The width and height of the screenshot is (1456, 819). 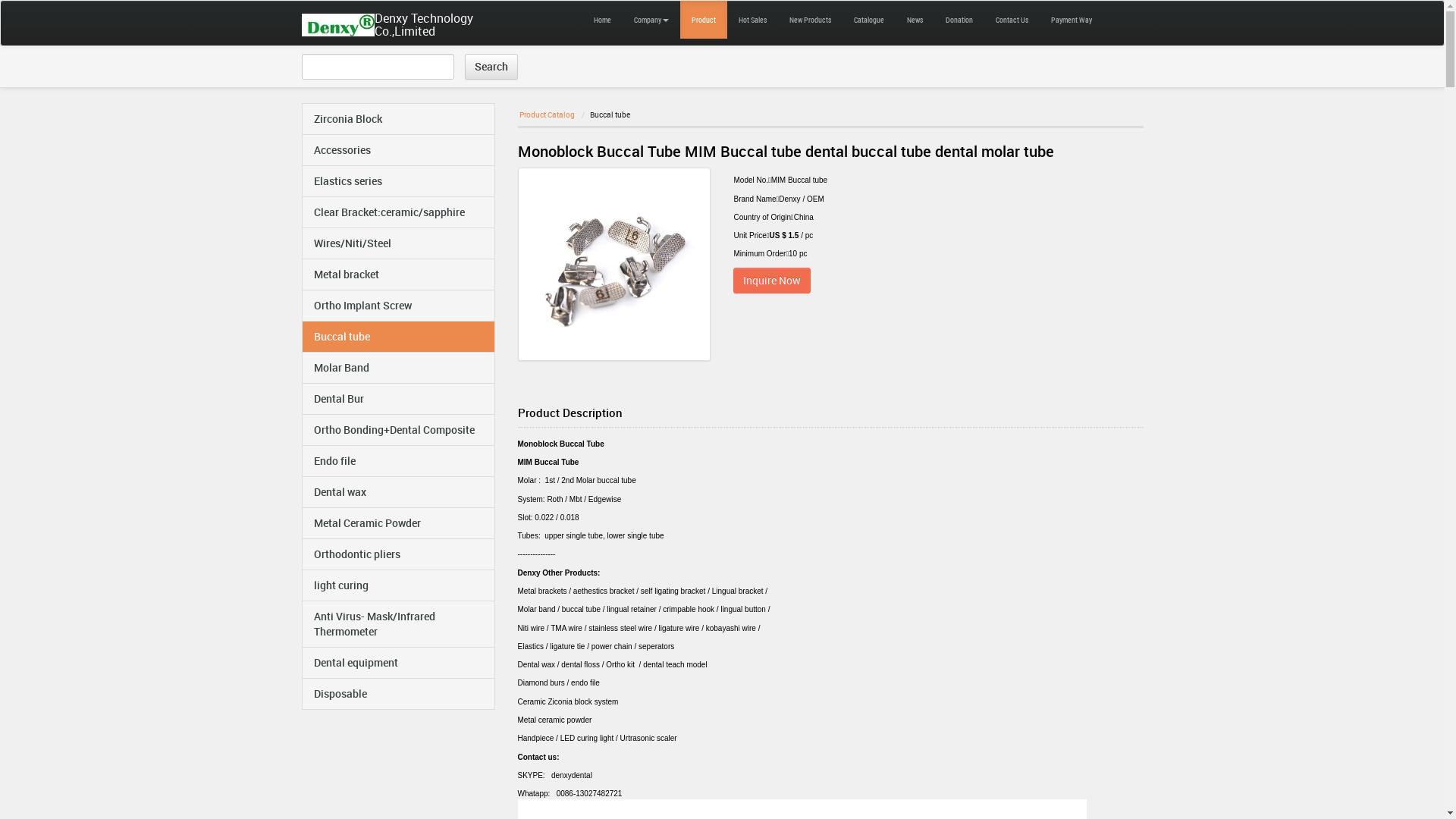 I want to click on 'Clear Bracket:ceramic/sapphire', so click(x=302, y=212).